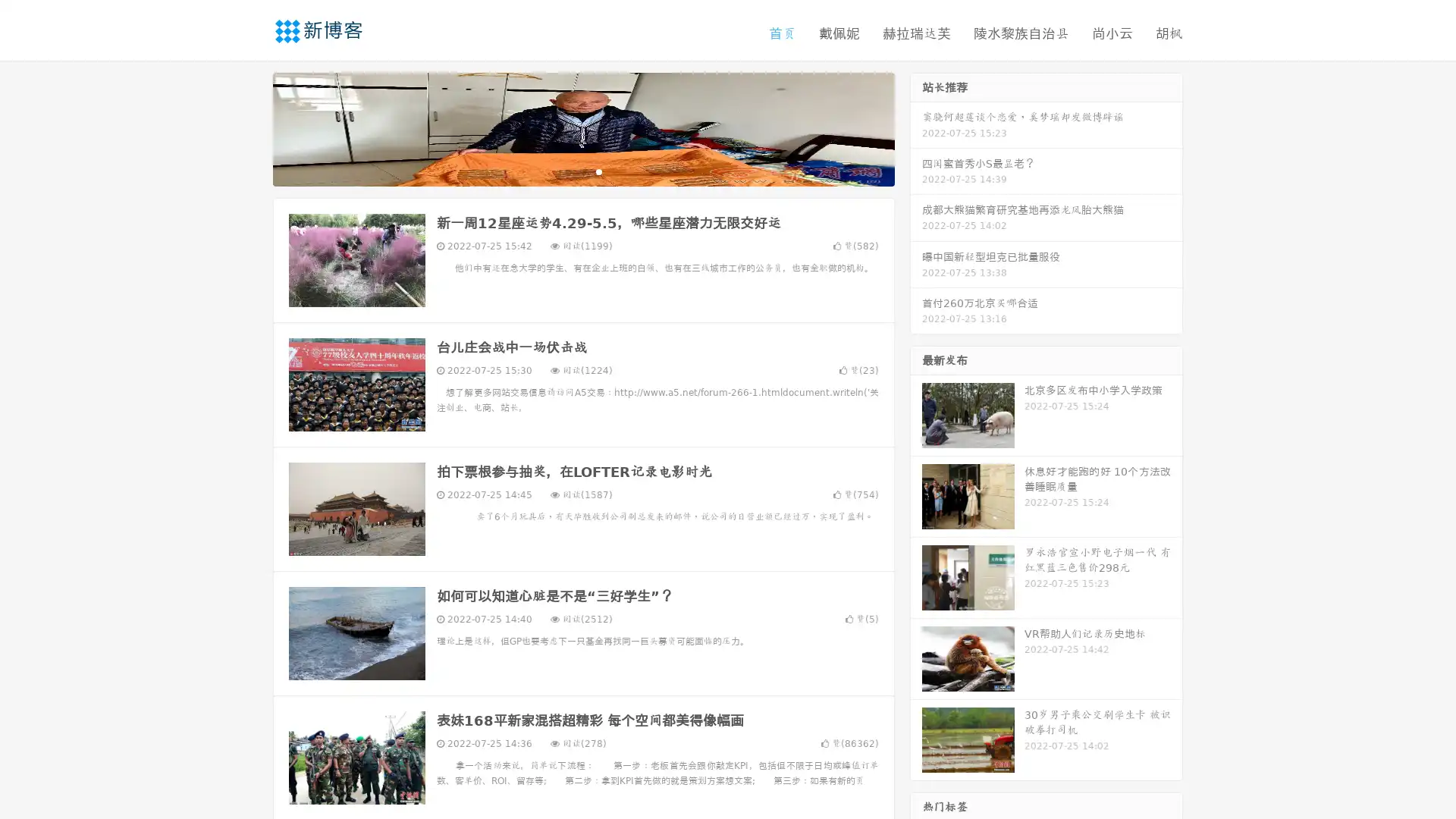 The height and width of the screenshot is (819, 1456). Describe the element at coordinates (598, 171) in the screenshot. I see `Go to slide 3` at that location.